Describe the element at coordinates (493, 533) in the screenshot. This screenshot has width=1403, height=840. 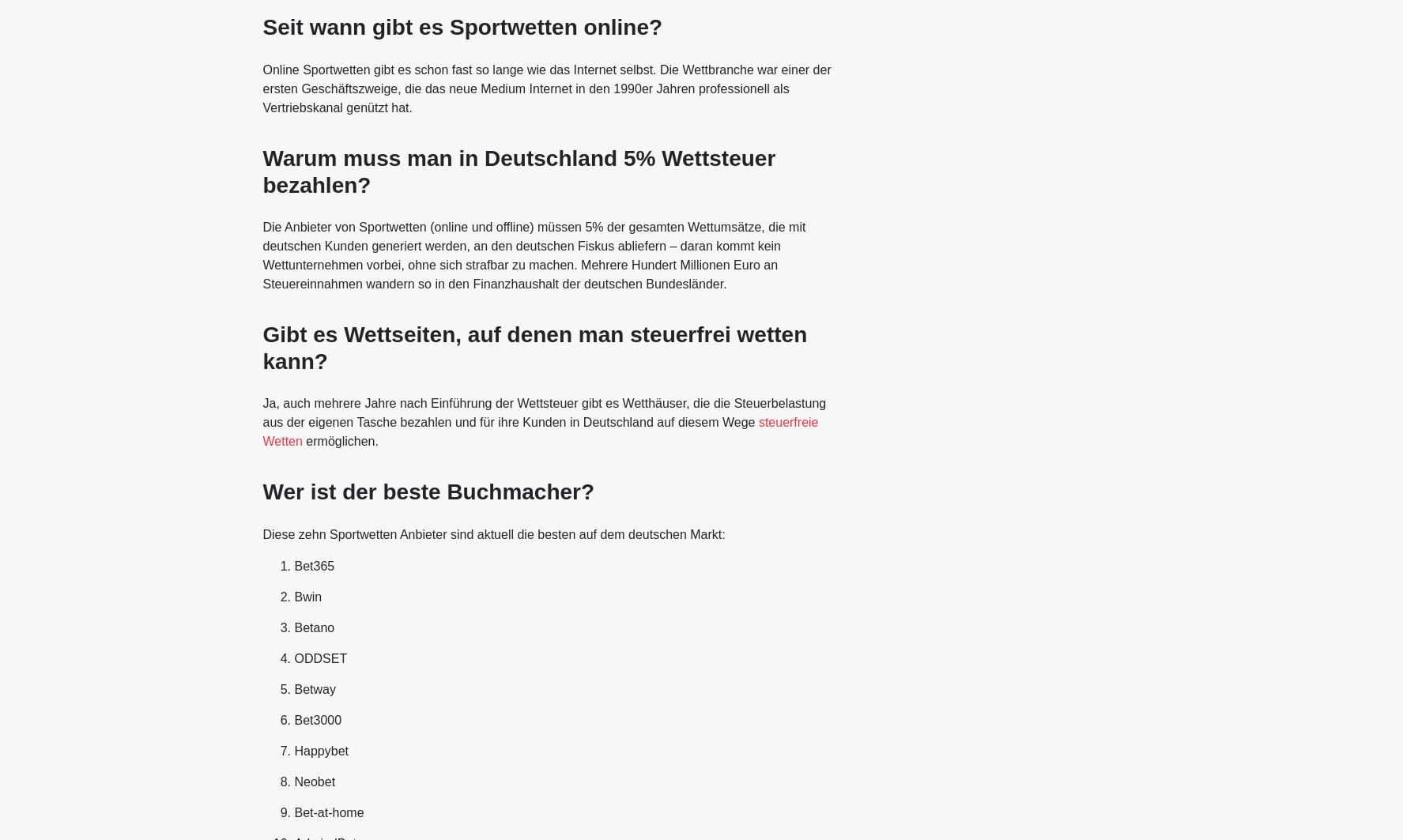
I see `'Diese zehn Sportwetten Anbieter sind aktuell die besten auf dem deutschen Markt:'` at that location.